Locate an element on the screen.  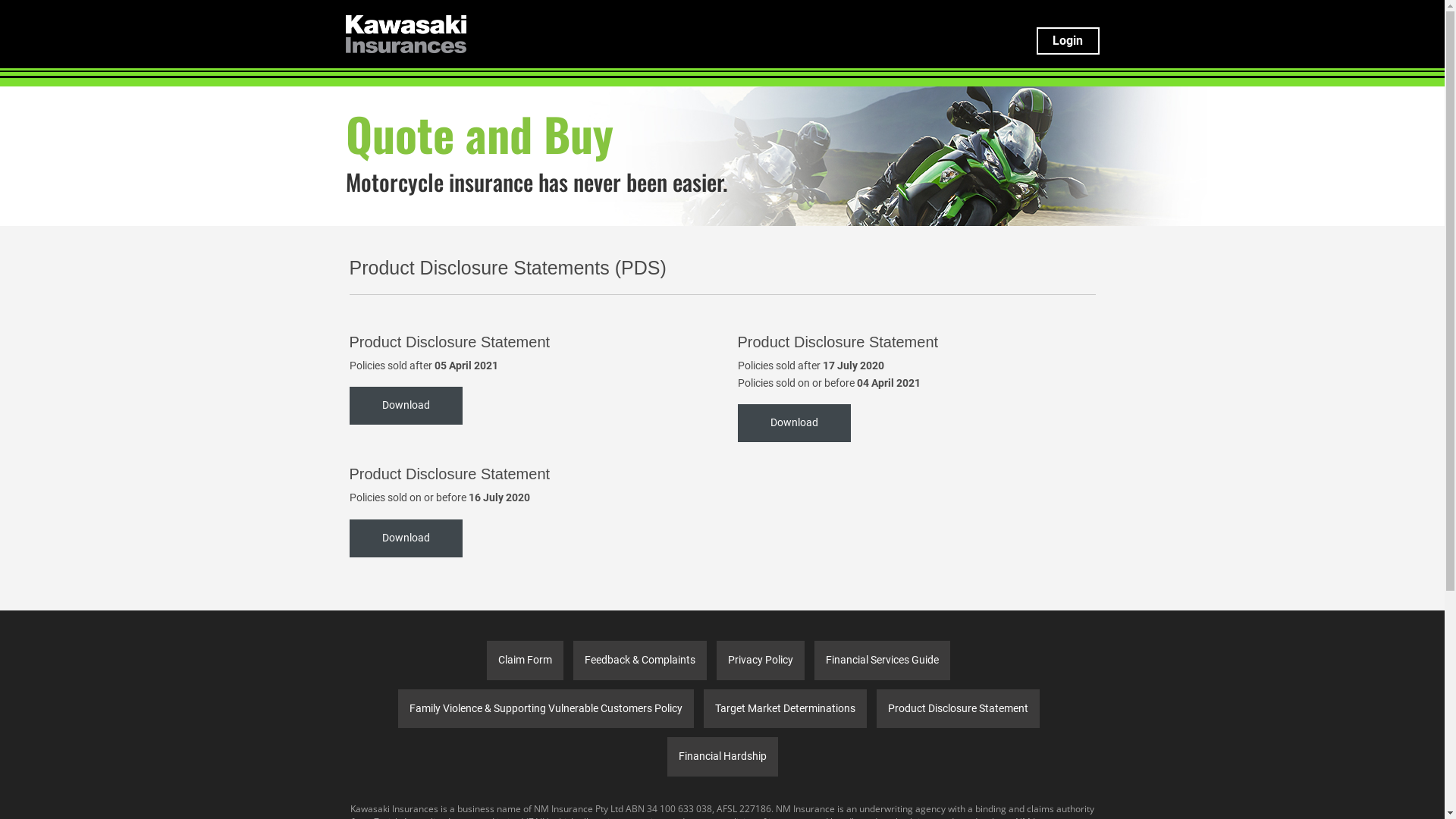
'Financial Hardship' is located at coordinates (667, 757).